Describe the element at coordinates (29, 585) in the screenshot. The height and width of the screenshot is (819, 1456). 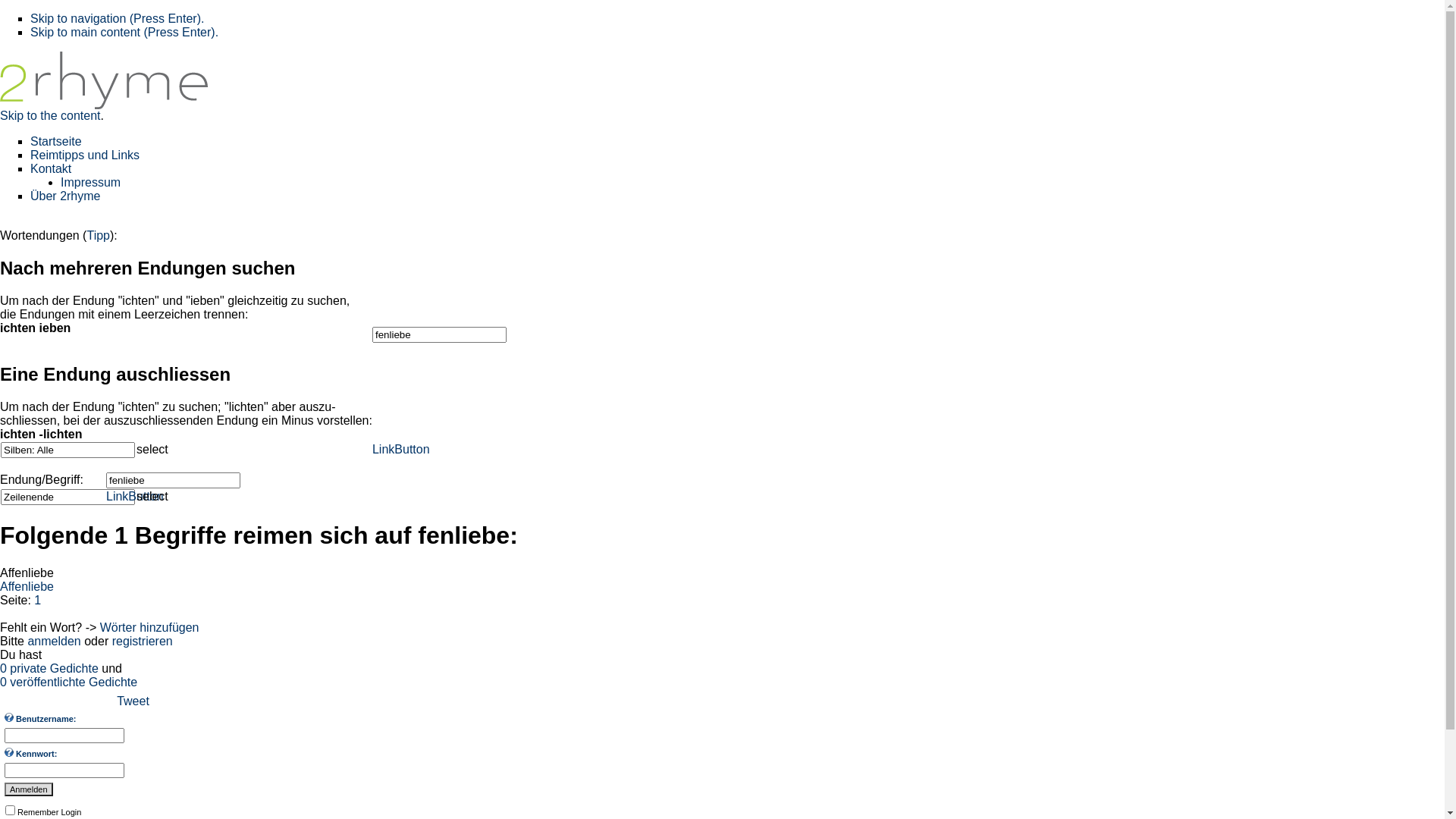
I see `'l'` at that location.